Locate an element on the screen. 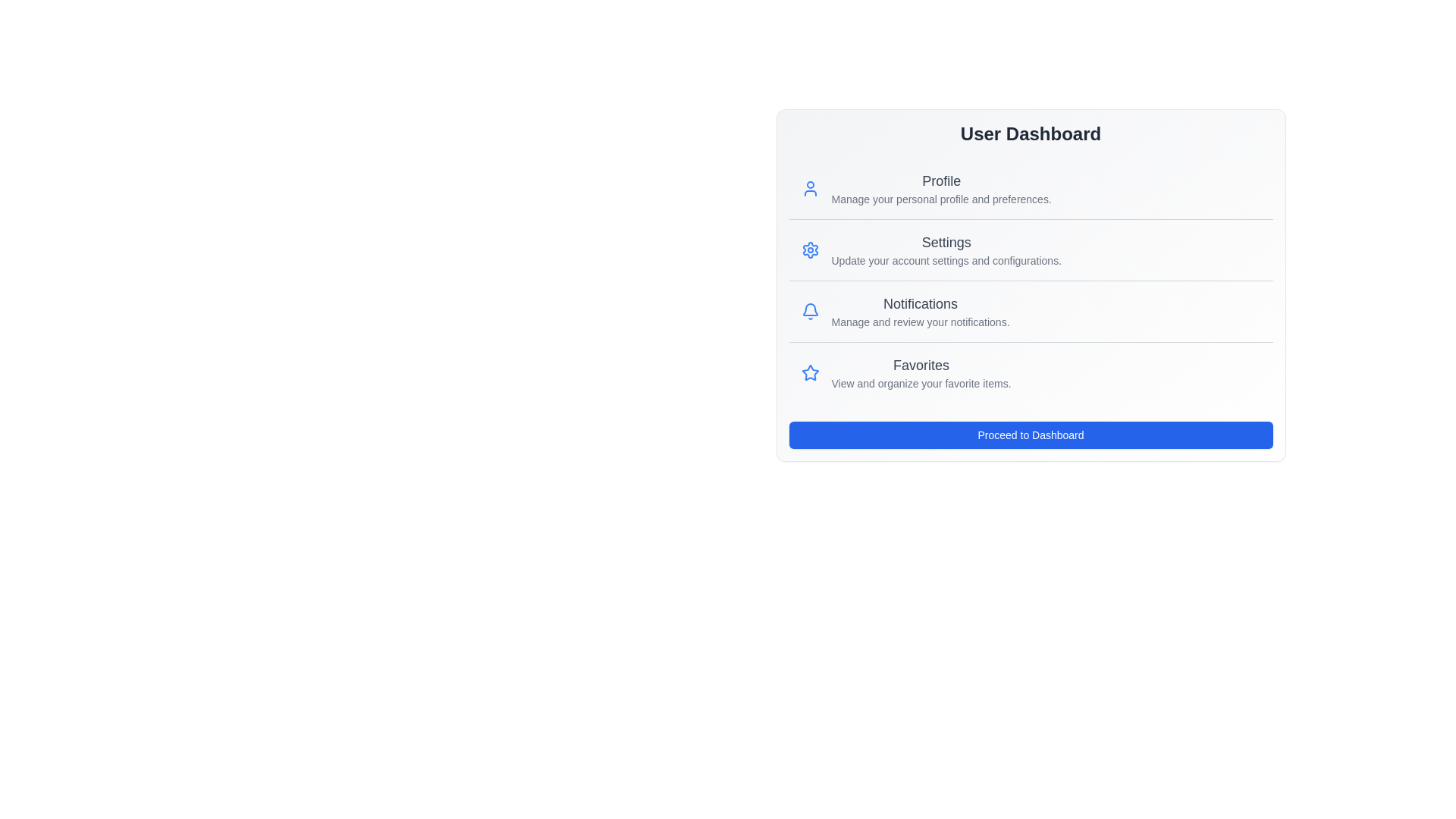  the vertical menu or navigation group located centrally in the 'User Dashboard' card is located at coordinates (1031, 281).